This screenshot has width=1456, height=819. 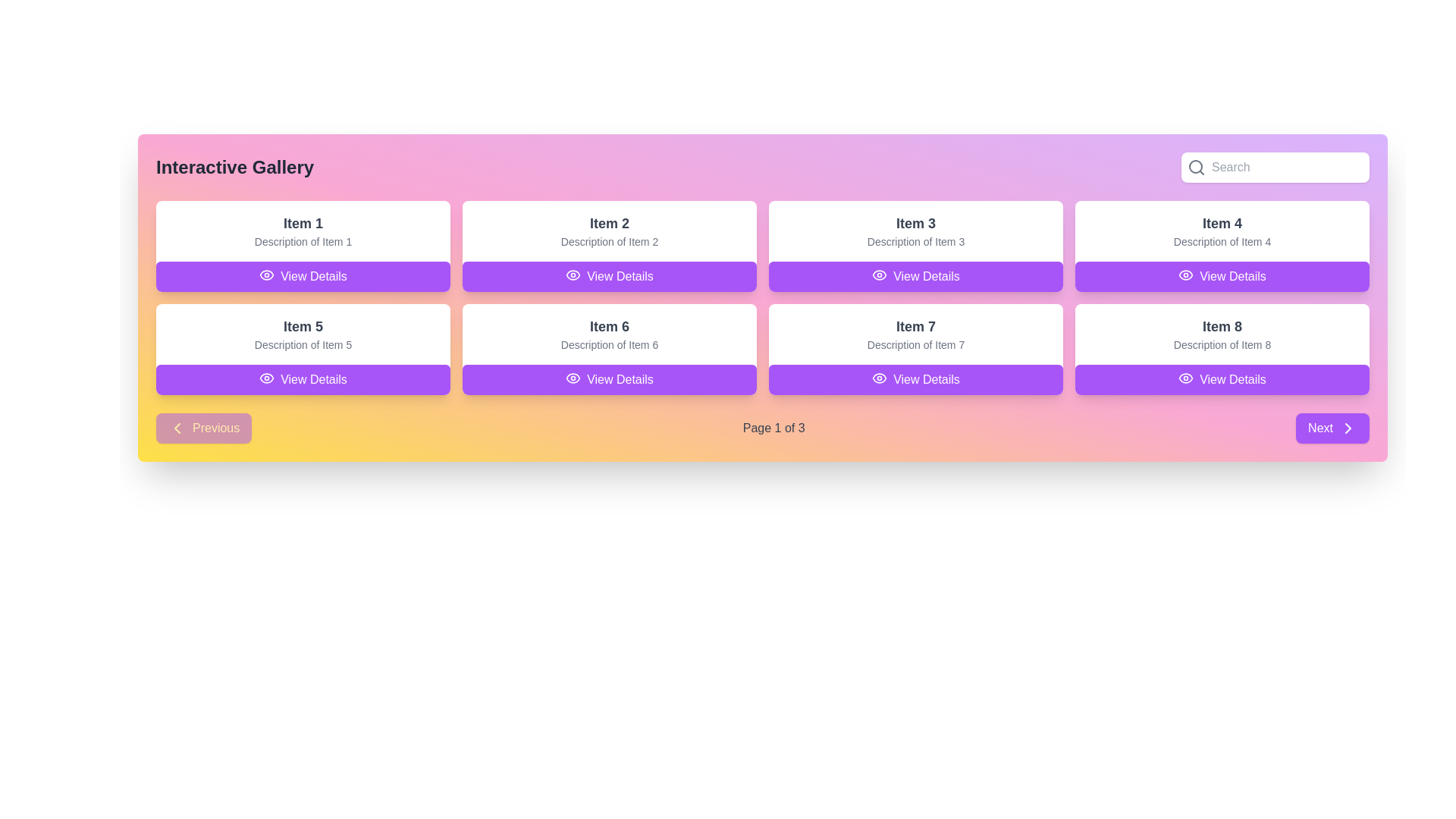 I want to click on the text label that displays the current page number and total number of pages, centrally located between the 'Previous' and 'Next' buttons, so click(x=773, y=428).